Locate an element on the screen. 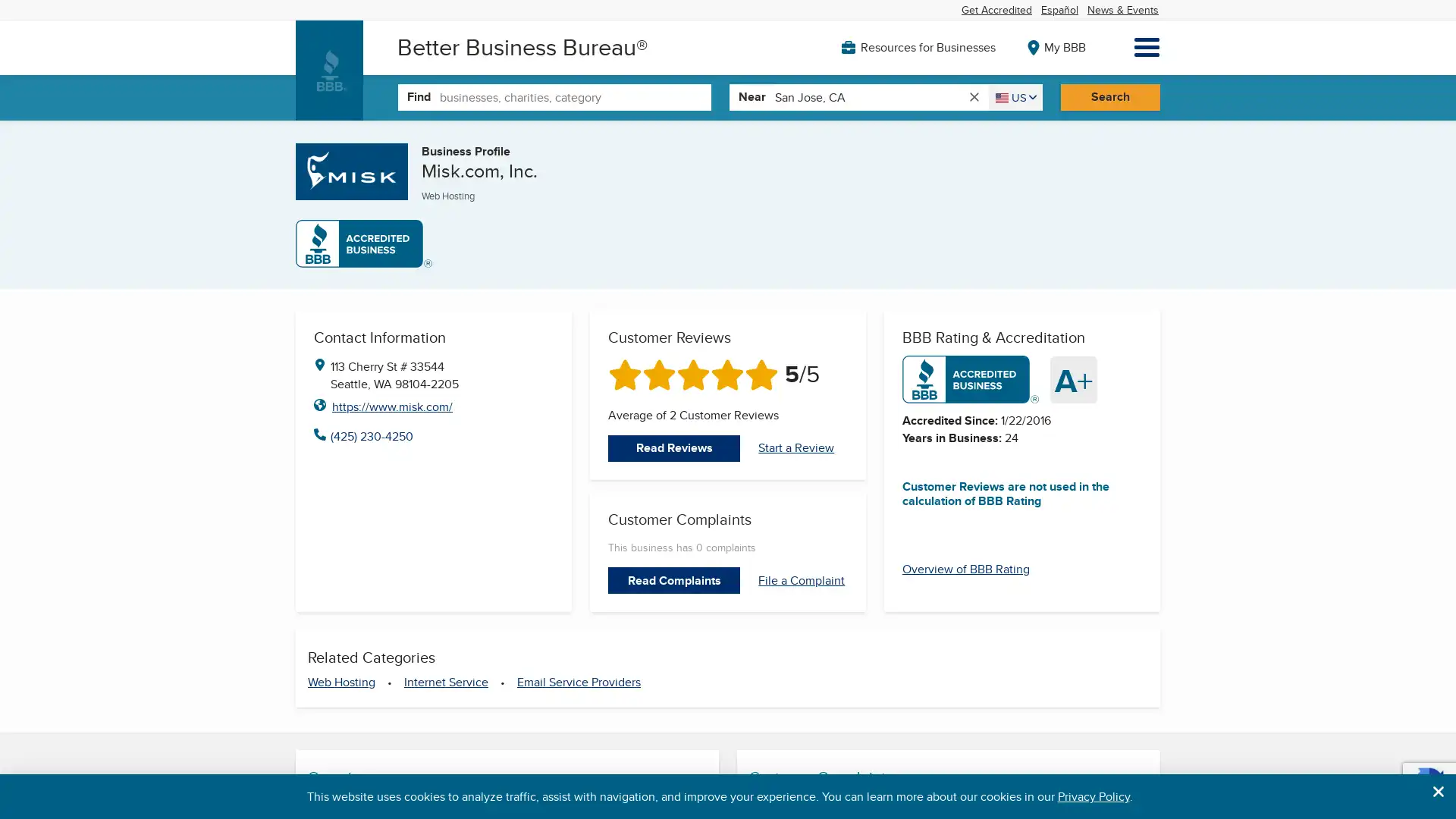 The height and width of the screenshot is (819, 1456). My BBB is located at coordinates (1051, 45).